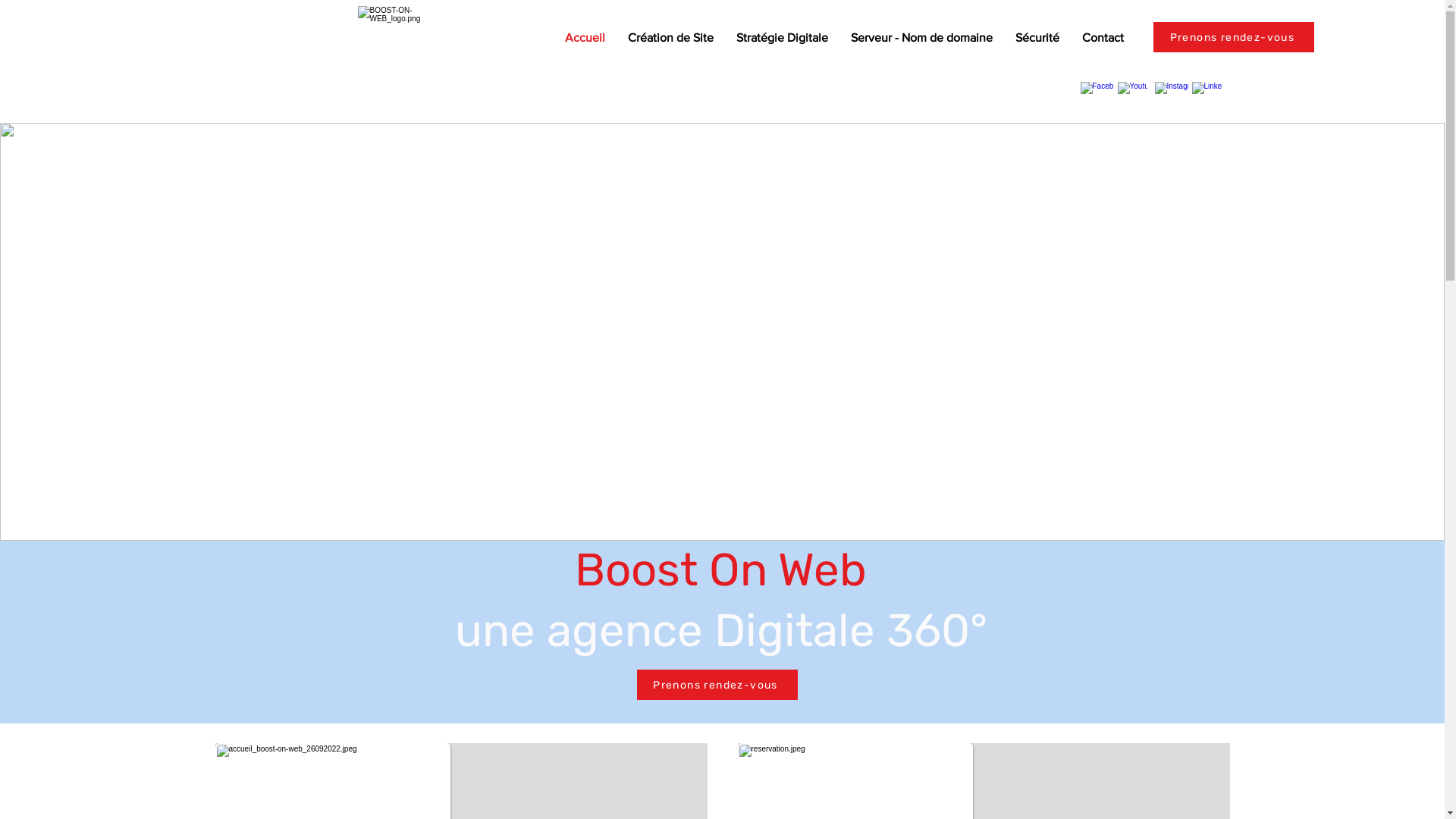 This screenshot has height=819, width=1456. I want to click on 'Prenons rendez-vous', so click(1234, 36).